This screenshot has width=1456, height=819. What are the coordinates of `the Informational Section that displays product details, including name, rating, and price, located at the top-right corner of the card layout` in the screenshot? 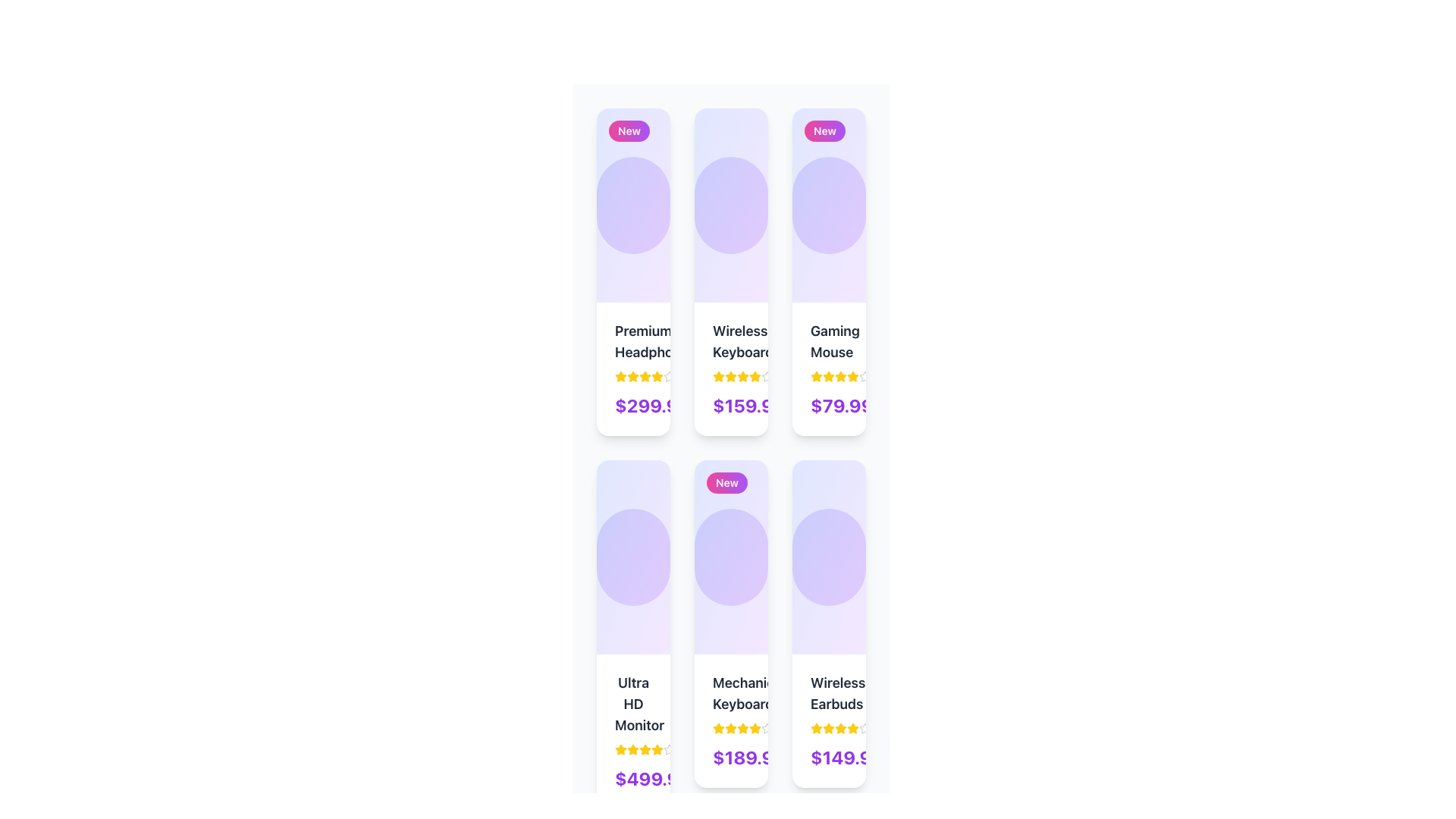 It's located at (828, 369).